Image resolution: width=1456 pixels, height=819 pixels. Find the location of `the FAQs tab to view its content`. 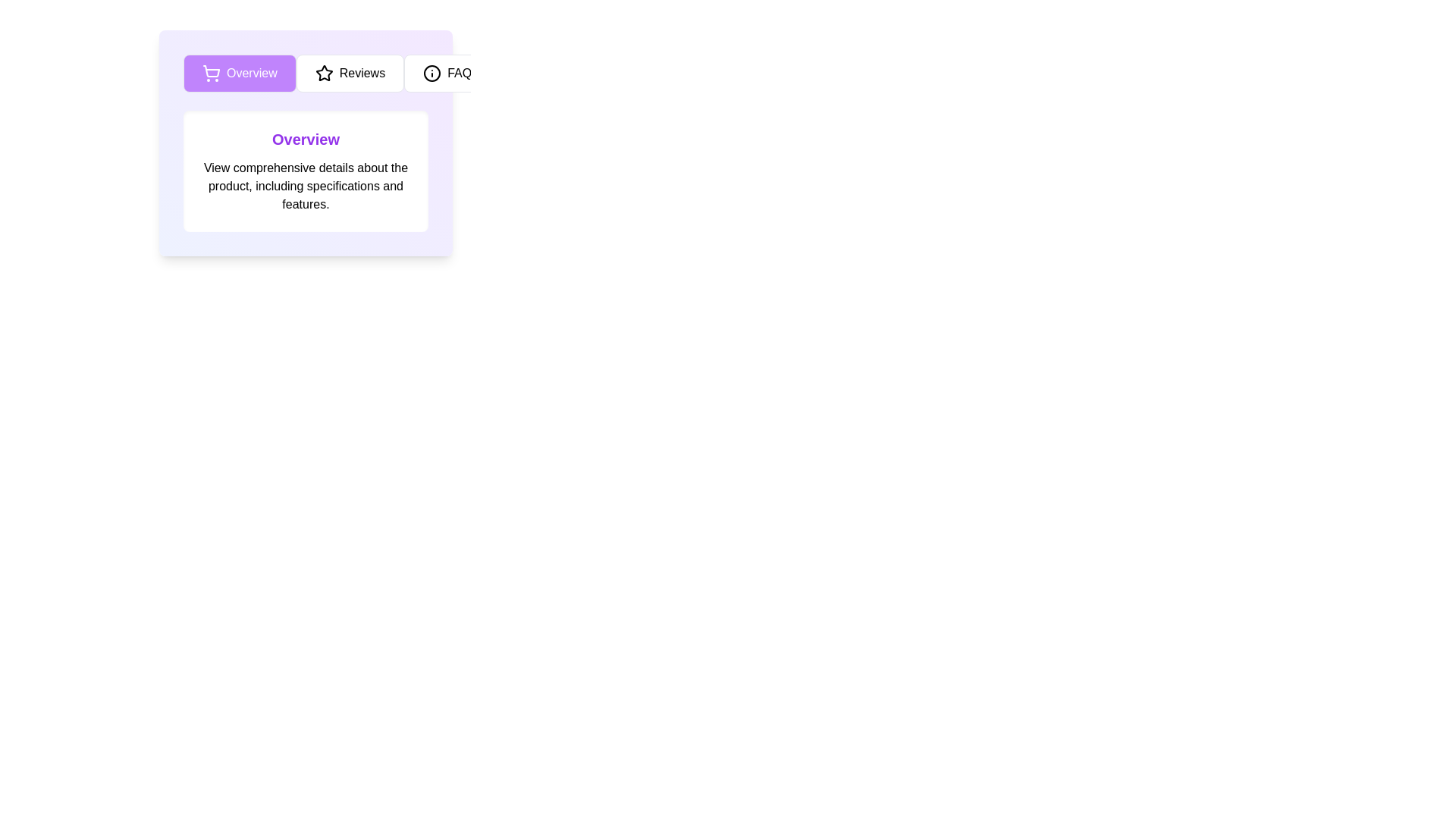

the FAQs tab to view its content is located at coordinates (450, 73).